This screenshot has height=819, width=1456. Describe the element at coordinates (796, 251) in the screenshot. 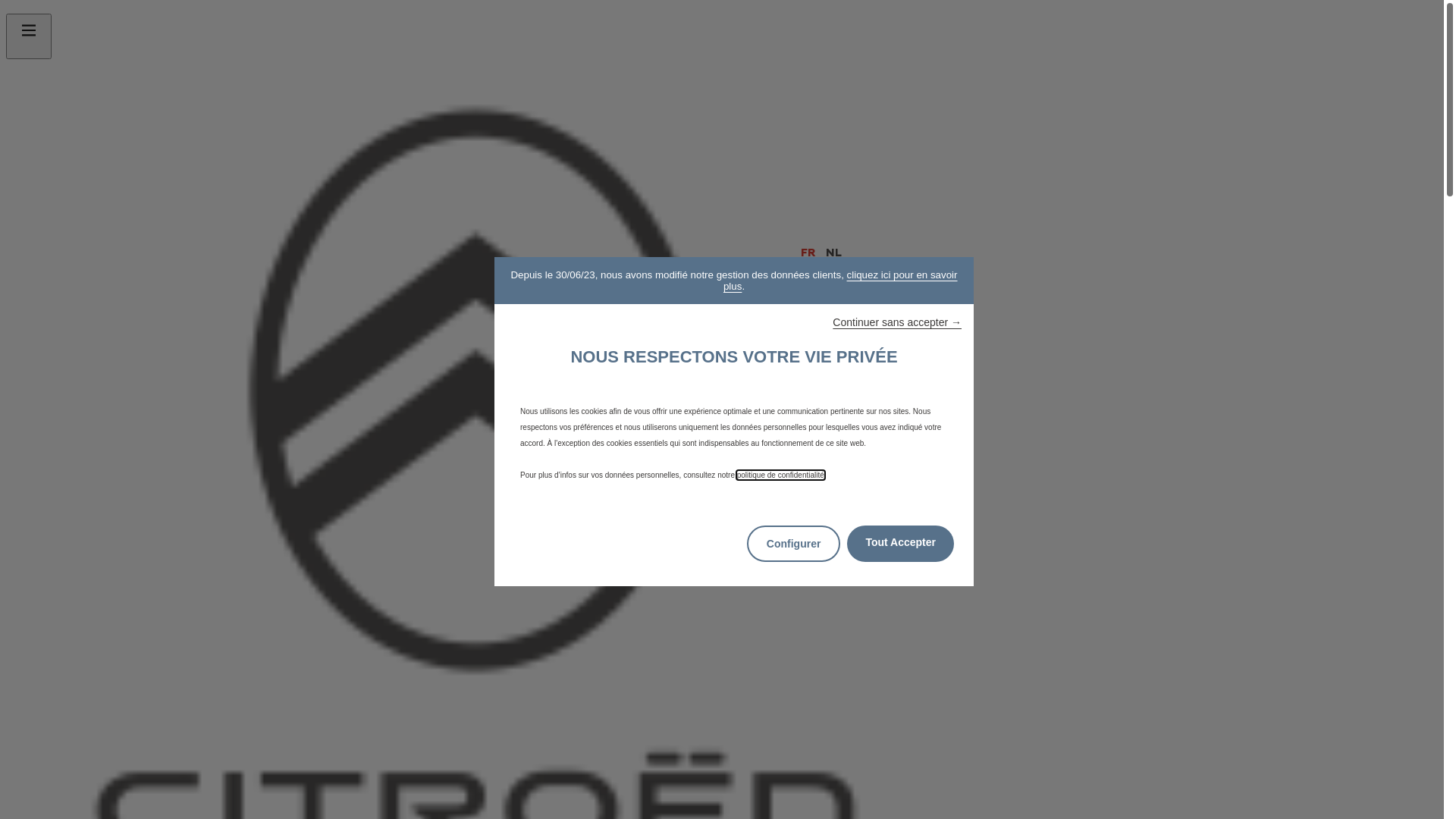

I see `'FR'` at that location.